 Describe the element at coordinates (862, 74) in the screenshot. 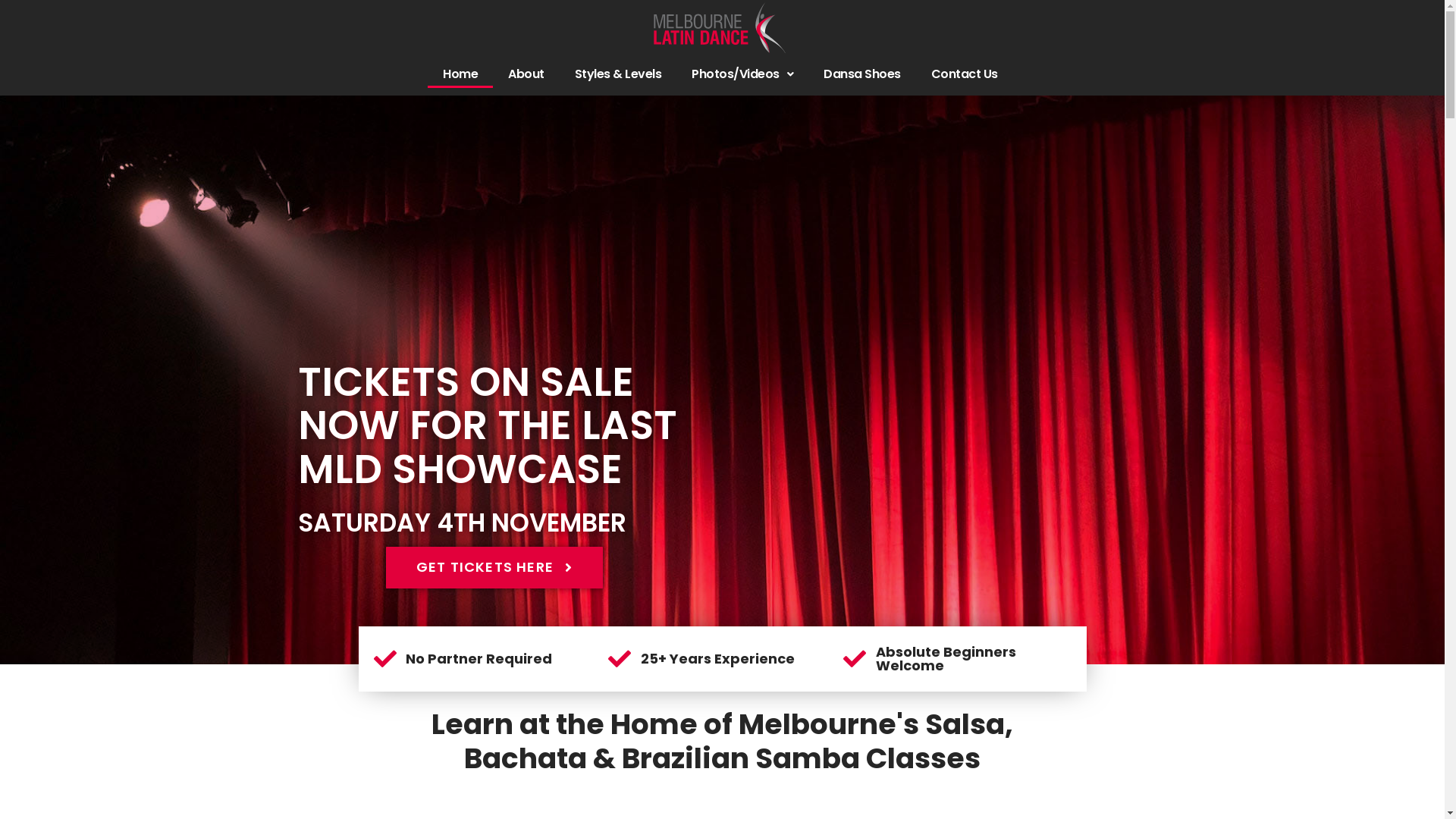

I see `'Dansa Shoes'` at that location.